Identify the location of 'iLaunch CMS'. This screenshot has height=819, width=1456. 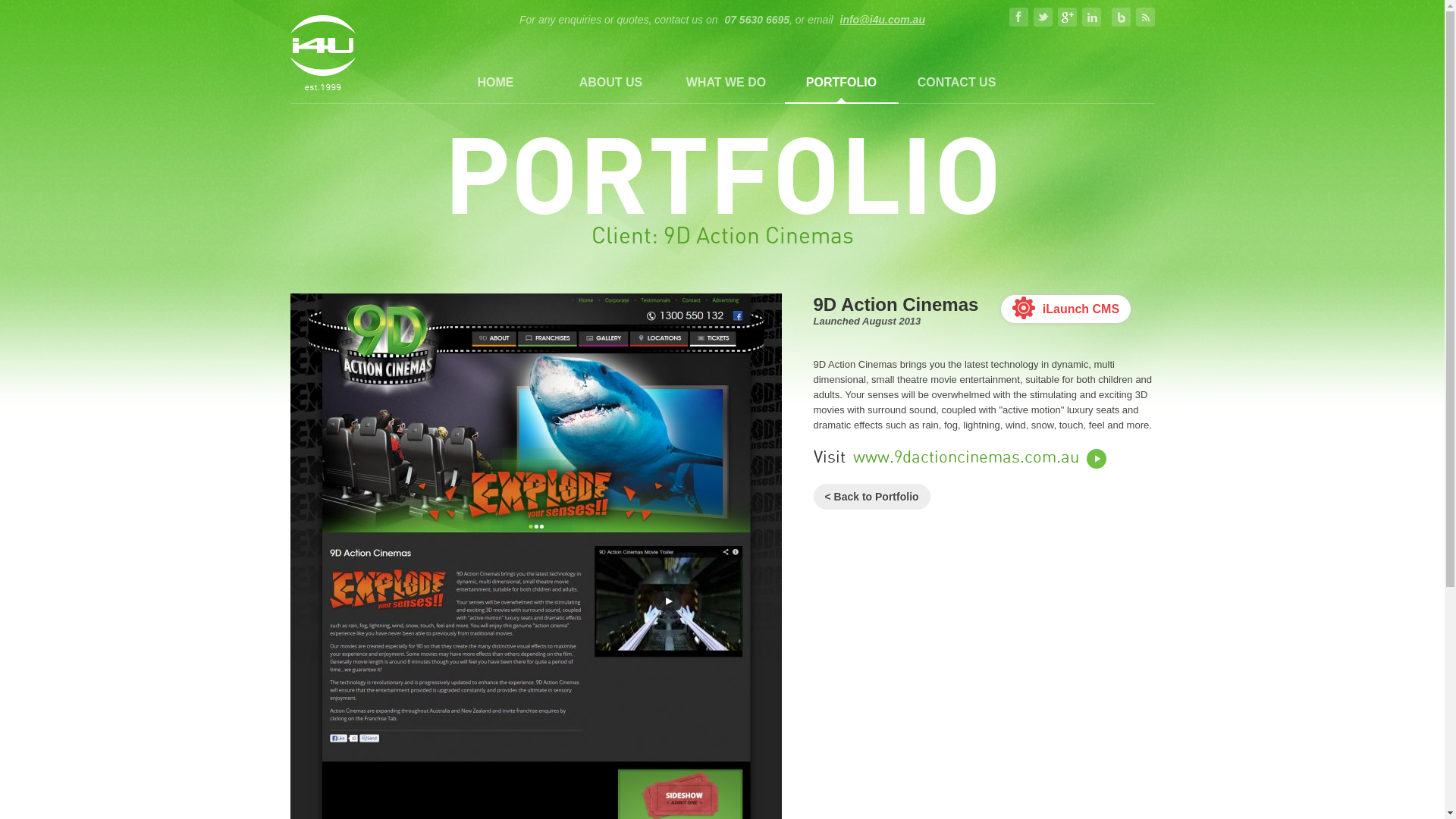
(1001, 308).